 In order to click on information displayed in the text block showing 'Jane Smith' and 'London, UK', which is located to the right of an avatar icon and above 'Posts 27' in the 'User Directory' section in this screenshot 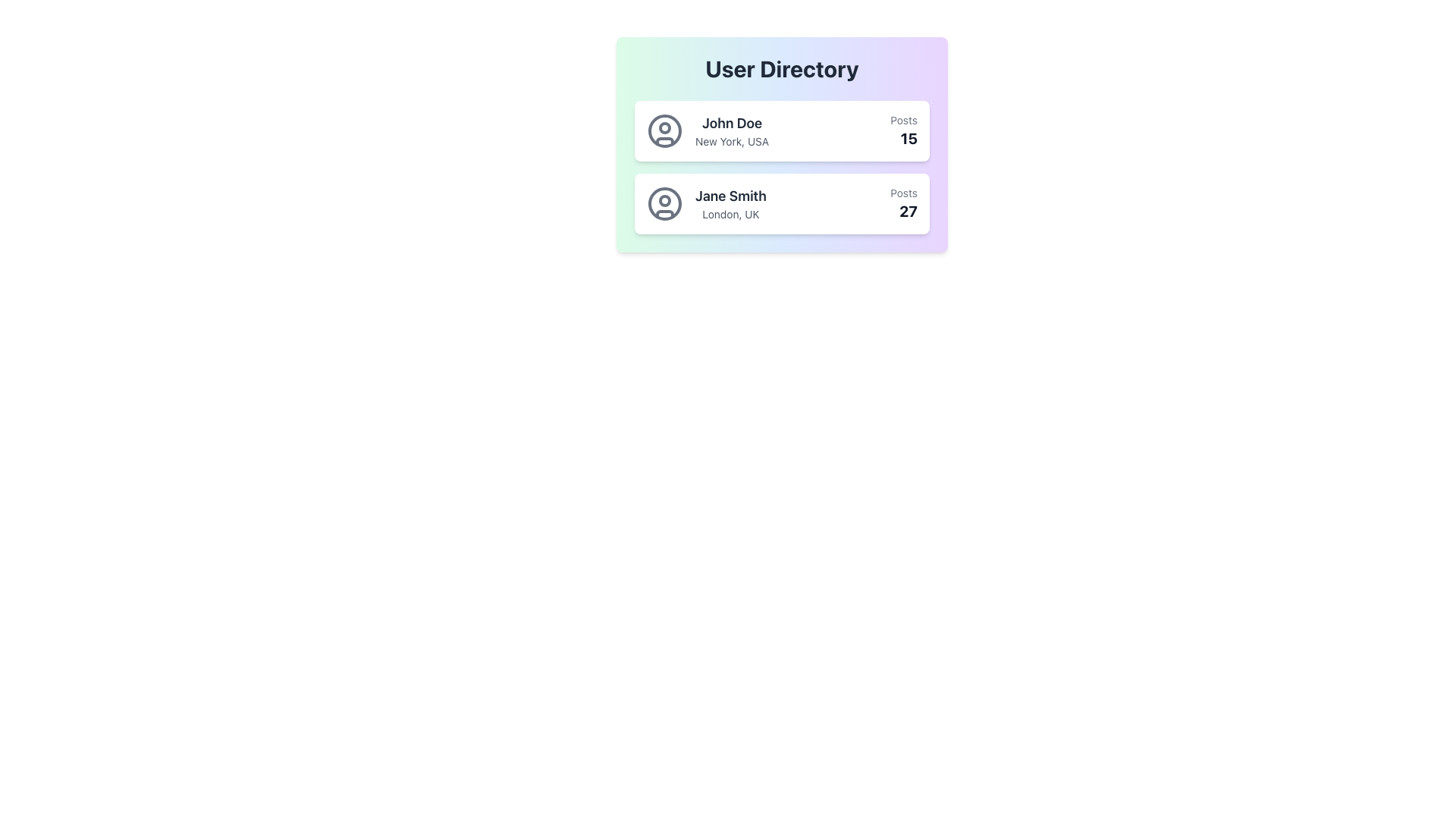, I will do `click(731, 203)`.